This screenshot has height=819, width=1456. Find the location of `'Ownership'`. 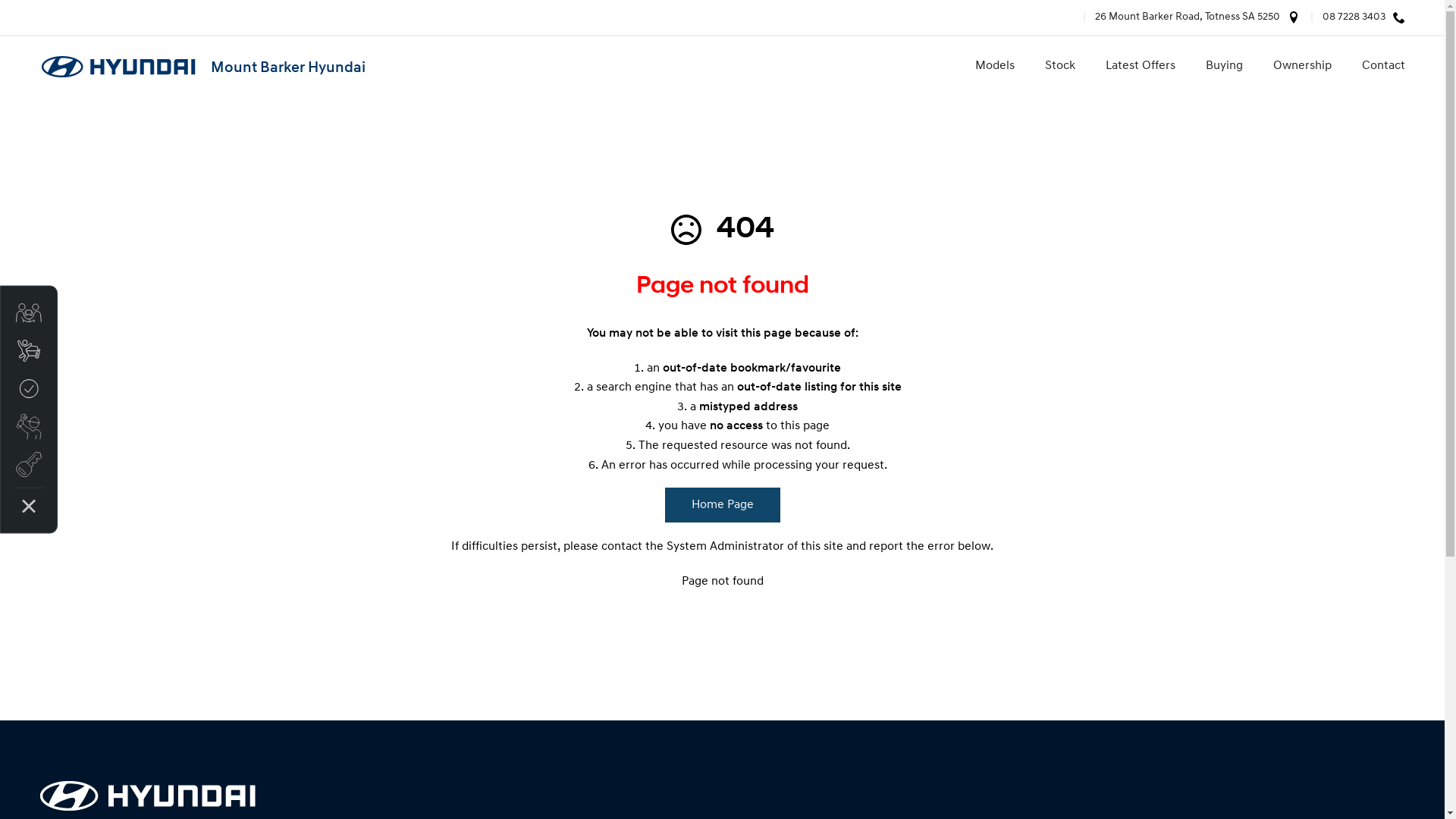

'Ownership' is located at coordinates (1257, 66).